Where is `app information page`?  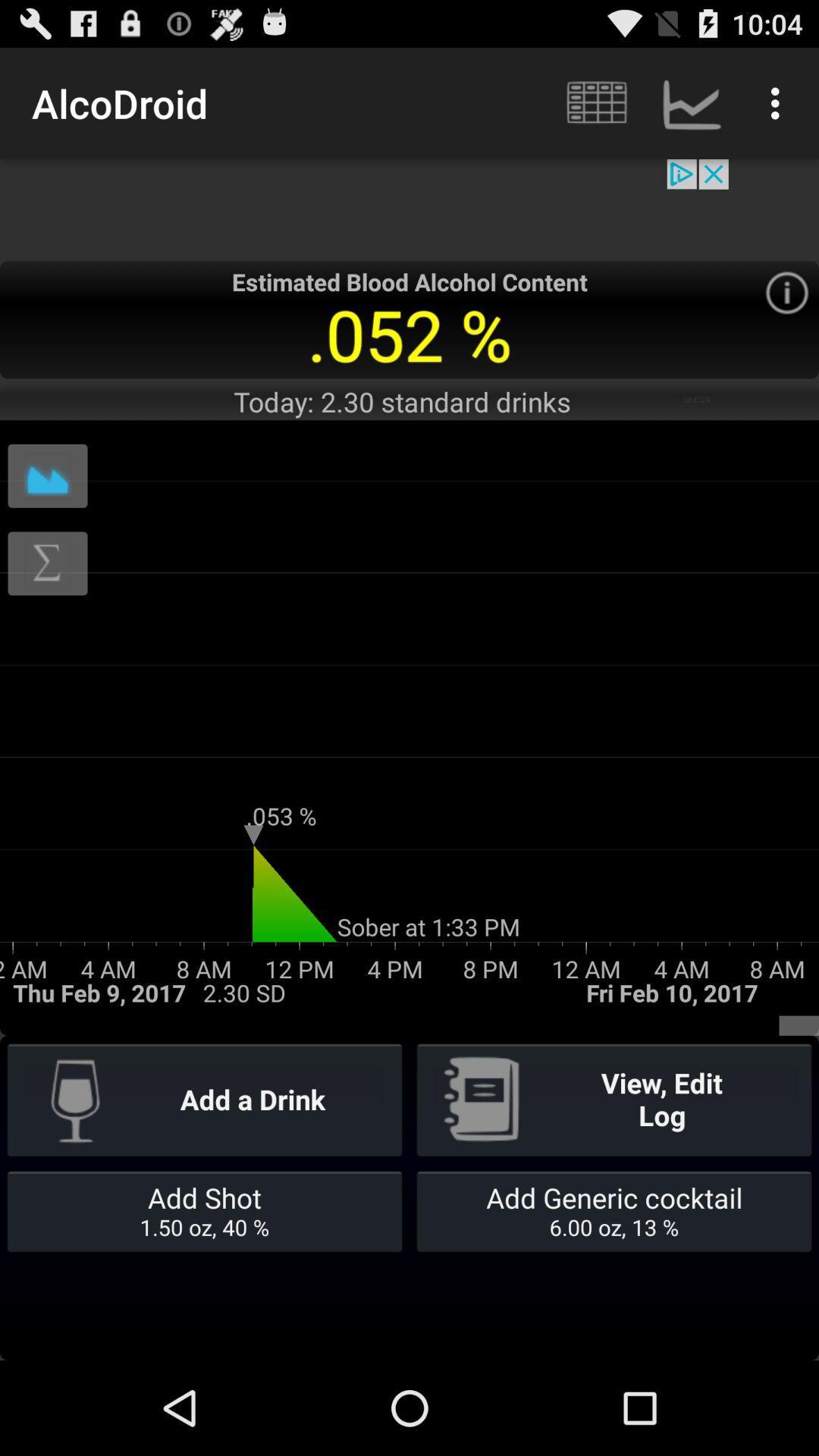
app information page is located at coordinates (786, 293).